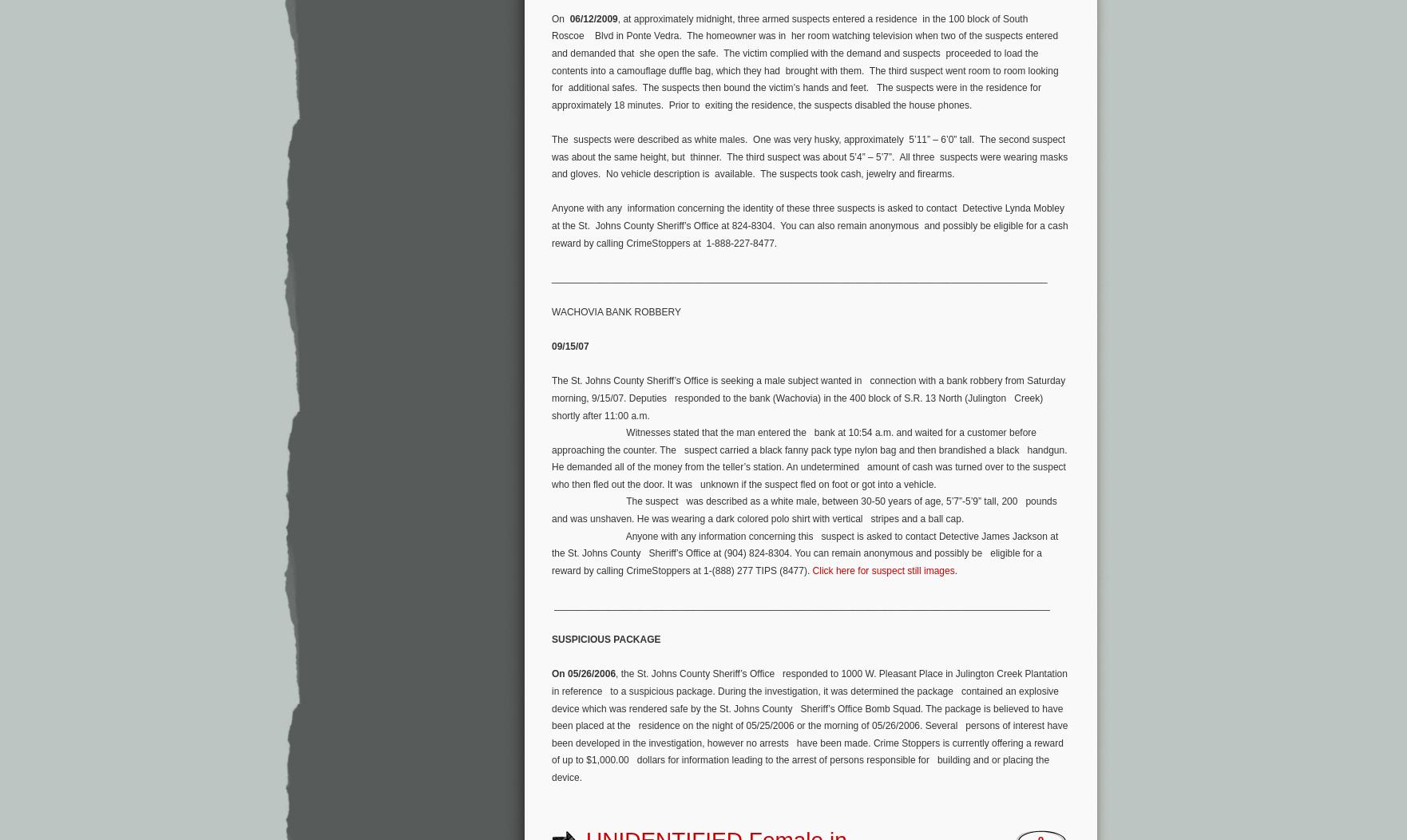 Image resolution: width=1407 pixels, height=840 pixels. What do you see at coordinates (810, 725) in the screenshot?
I see `', the St. Johns County Sheriff’s Office   responded to 1000 W. Pleasant Place in Julington Creek Plantation in reference   to a suspicious package. During the investigation, it was determined the package   contained an explosive device which was rendered safe by the St. Johns County   Sheriff’s Office Bomb Squad. The package is believed to have been placed at the   residence on the night of 05/25/2006 or the morning of 05/26/2006. Several   persons of interest have been developed in the investigation, however no arrests   have been made. Crime Stoppers is currently offering a reward of up to $1,000.00   dollars for information leading to the arrest of persons responsible for   building and or placing the device.'` at bounding box center [810, 725].